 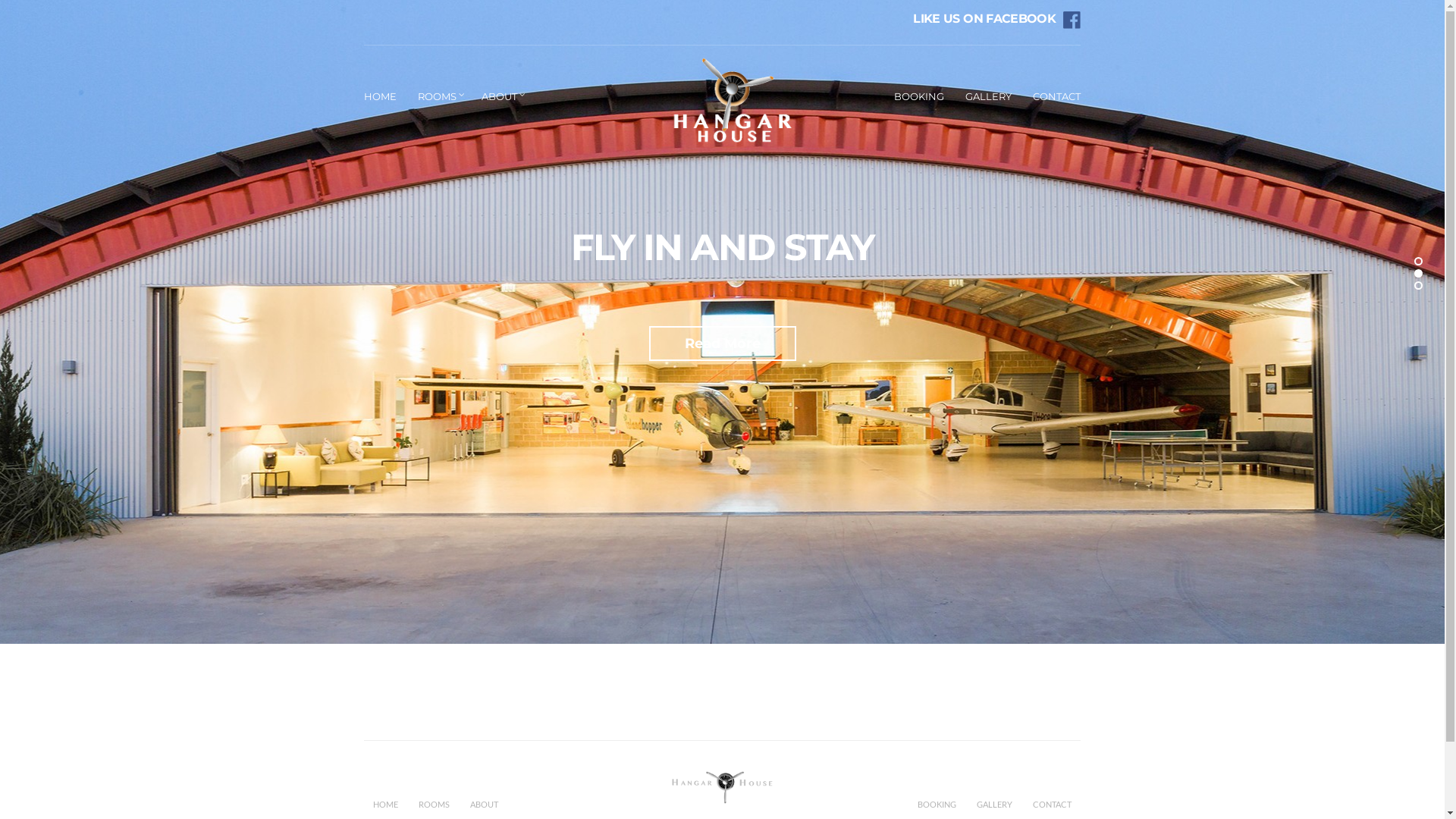 I want to click on '3', so click(x=1417, y=285).